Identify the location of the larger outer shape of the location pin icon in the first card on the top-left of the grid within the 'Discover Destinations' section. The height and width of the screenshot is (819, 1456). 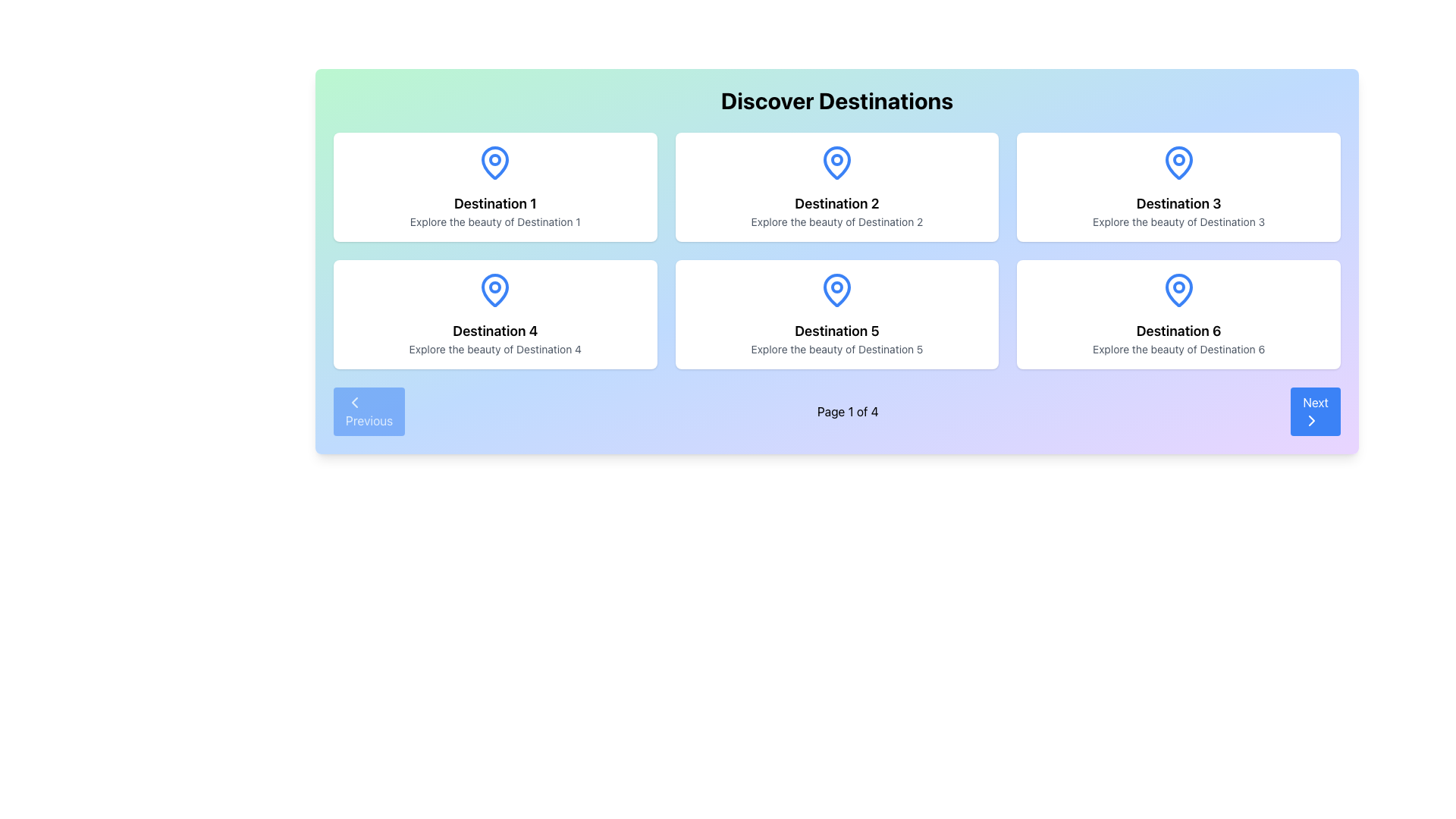
(495, 163).